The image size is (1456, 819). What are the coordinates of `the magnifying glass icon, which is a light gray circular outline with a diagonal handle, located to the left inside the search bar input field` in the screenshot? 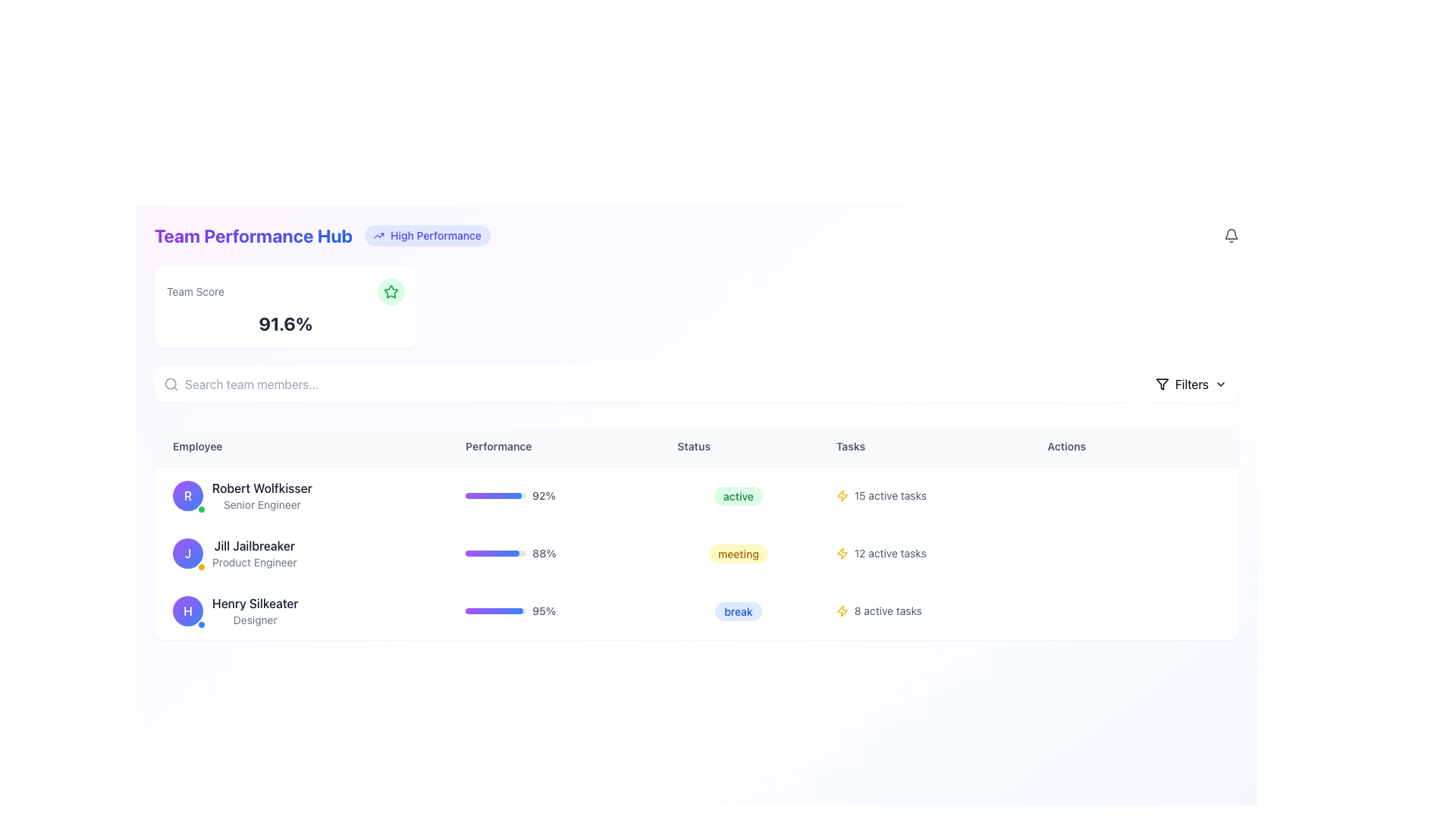 It's located at (171, 383).